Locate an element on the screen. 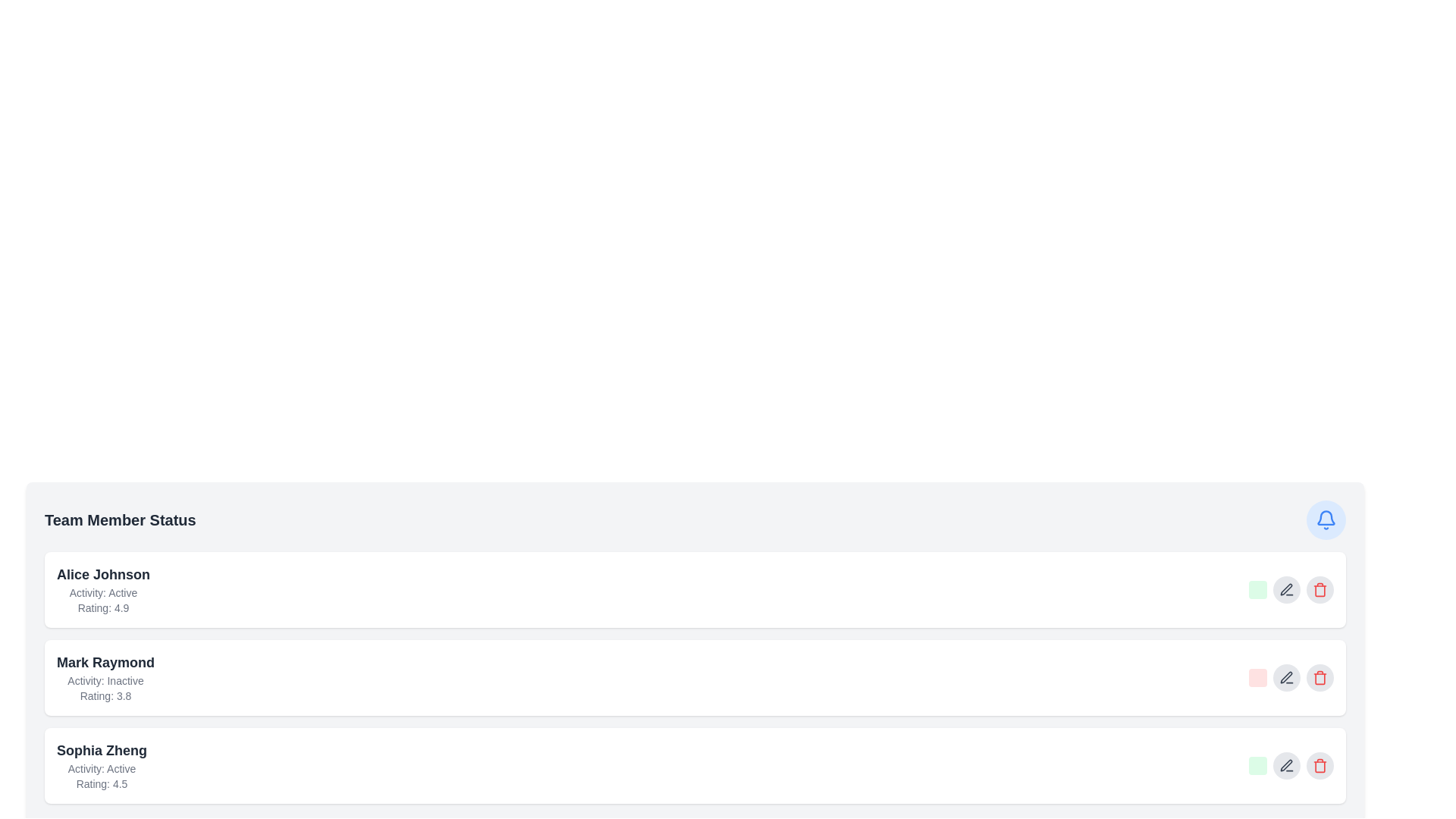  the circular gray button with a pen icon is located at coordinates (1286, 677).